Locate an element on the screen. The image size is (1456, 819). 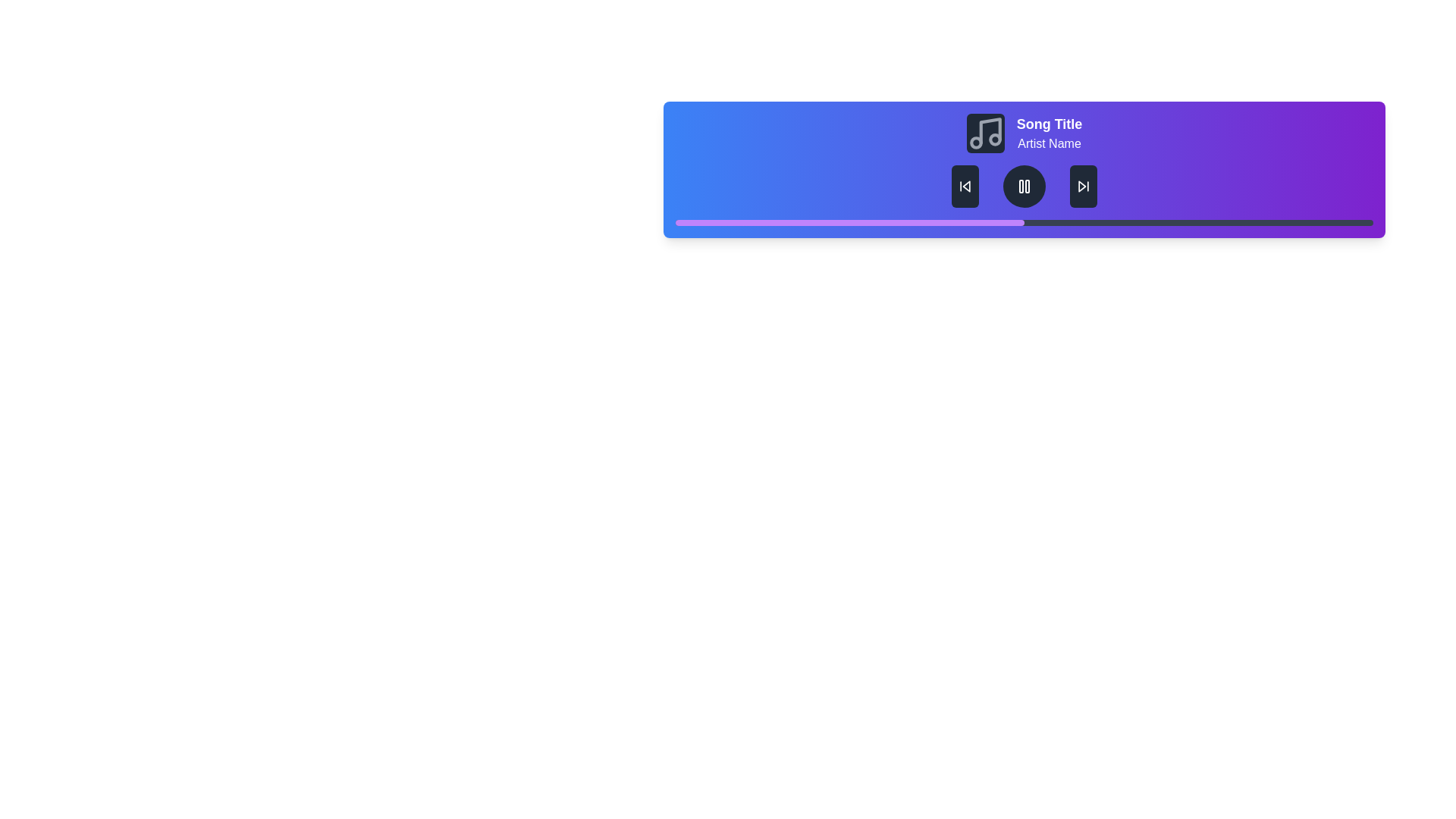
the static text displaying the artist's name, which is located directly beneath the 'Song Title' text in the media player interface is located at coordinates (1048, 143).